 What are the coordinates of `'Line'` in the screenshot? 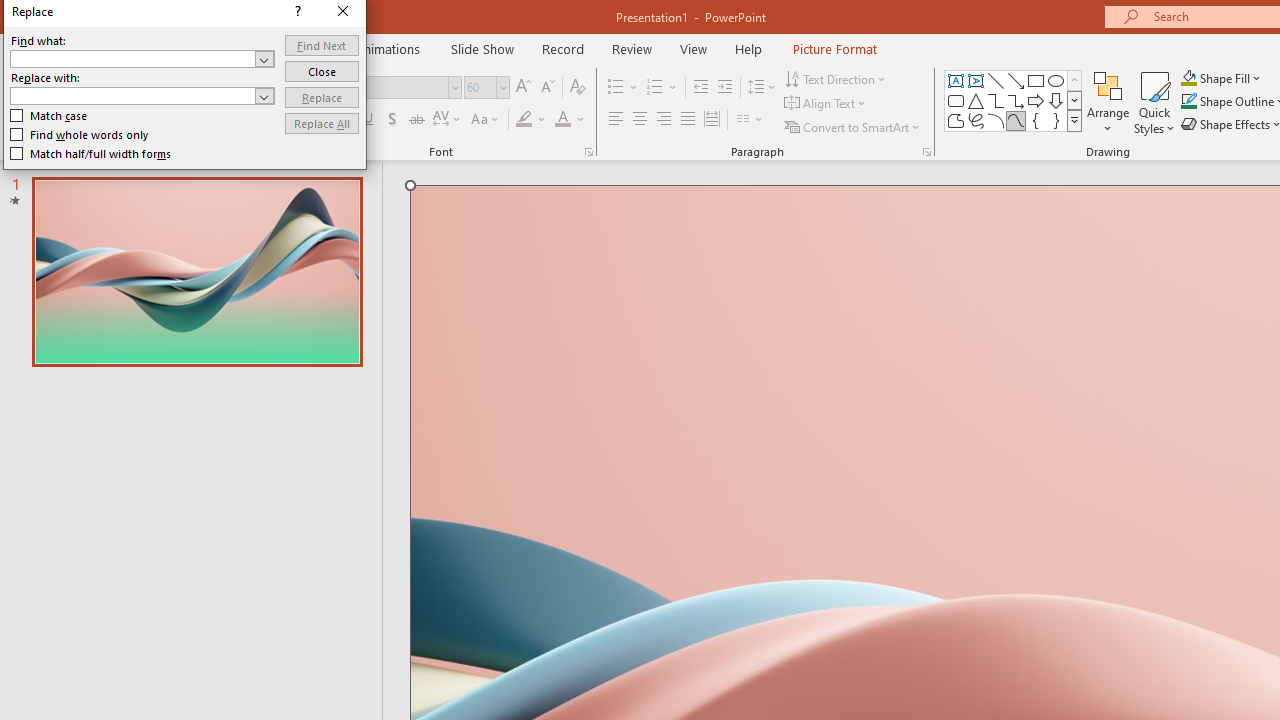 It's located at (995, 80).